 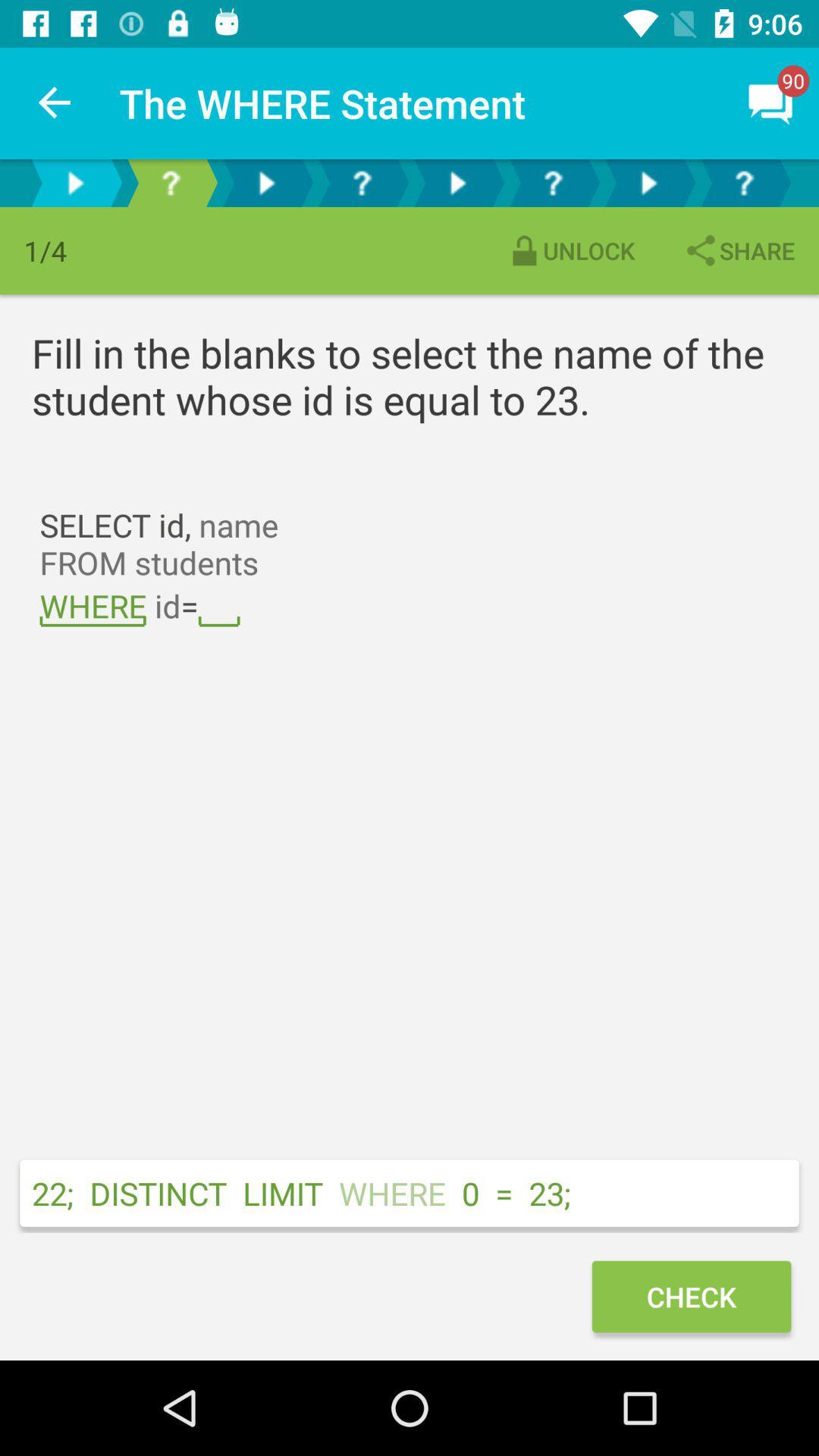 What do you see at coordinates (738, 250) in the screenshot?
I see `the item next to the unlock item` at bounding box center [738, 250].